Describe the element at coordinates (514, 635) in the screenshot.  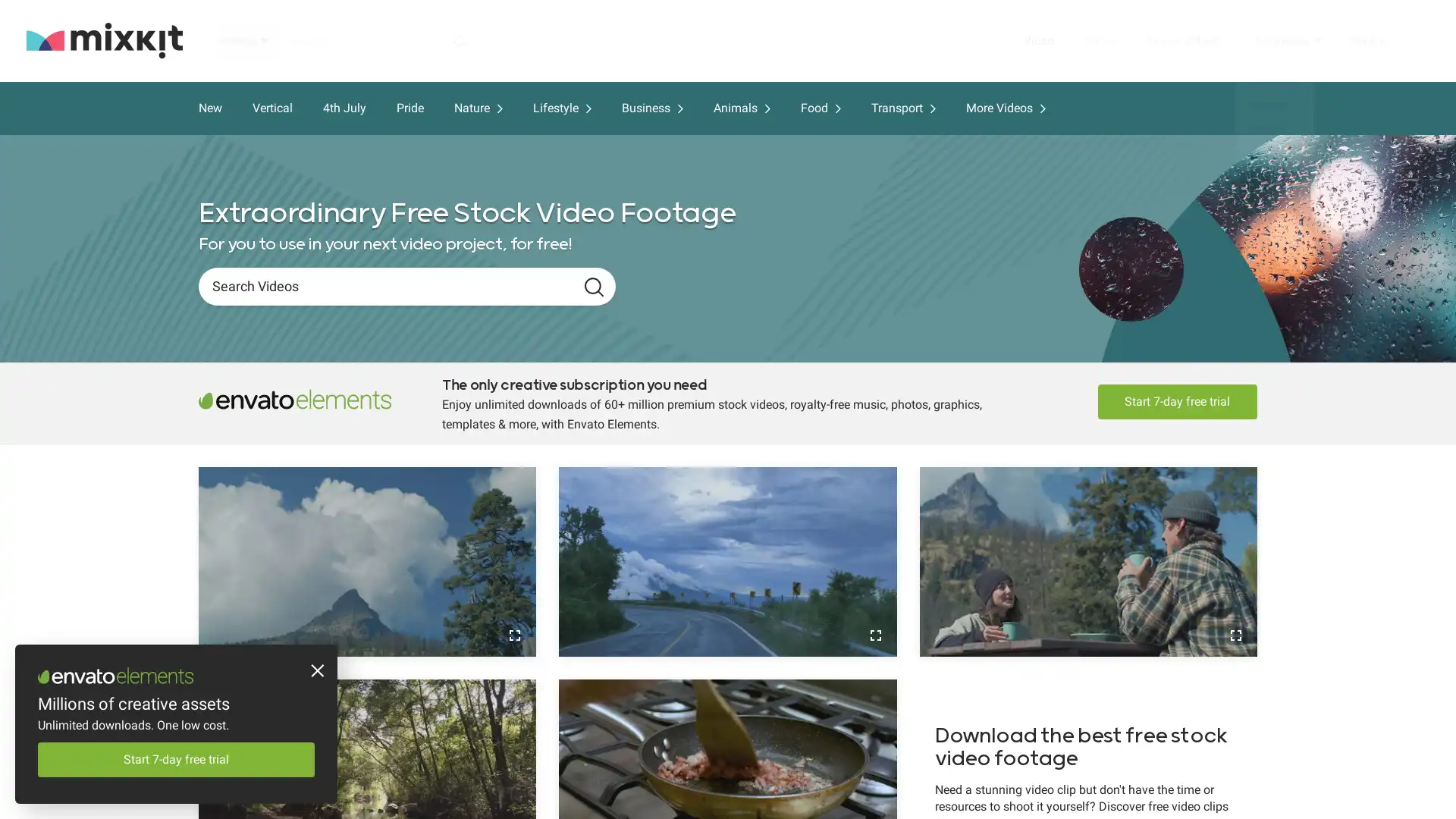
I see `View Fullscreen` at that location.